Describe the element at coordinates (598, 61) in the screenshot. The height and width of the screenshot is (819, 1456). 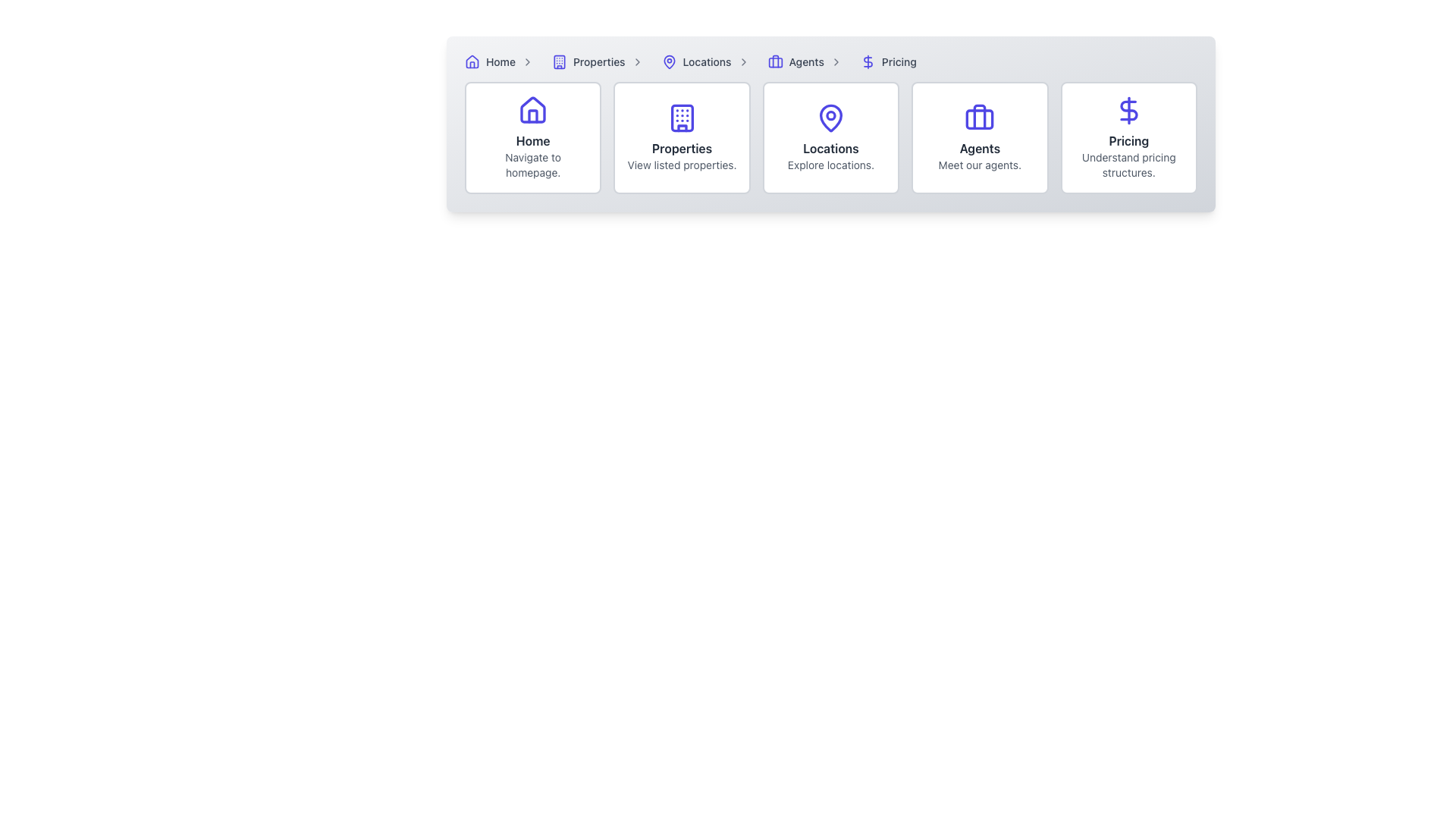
I see `the 'Properties' link element in the top navigation breadcrumb menu` at that location.